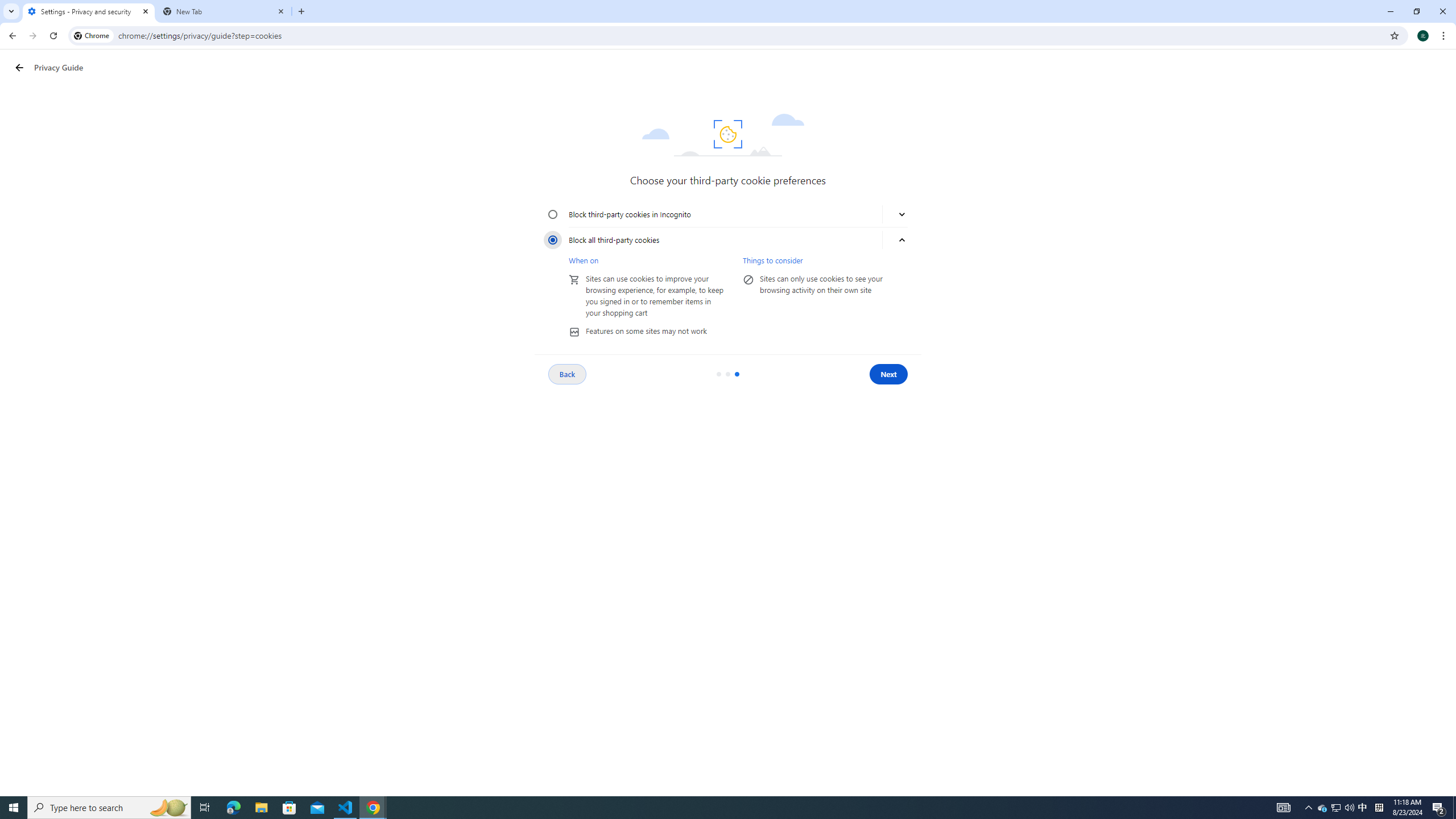 The width and height of the screenshot is (1456, 819). I want to click on 'Next', so click(888, 374).